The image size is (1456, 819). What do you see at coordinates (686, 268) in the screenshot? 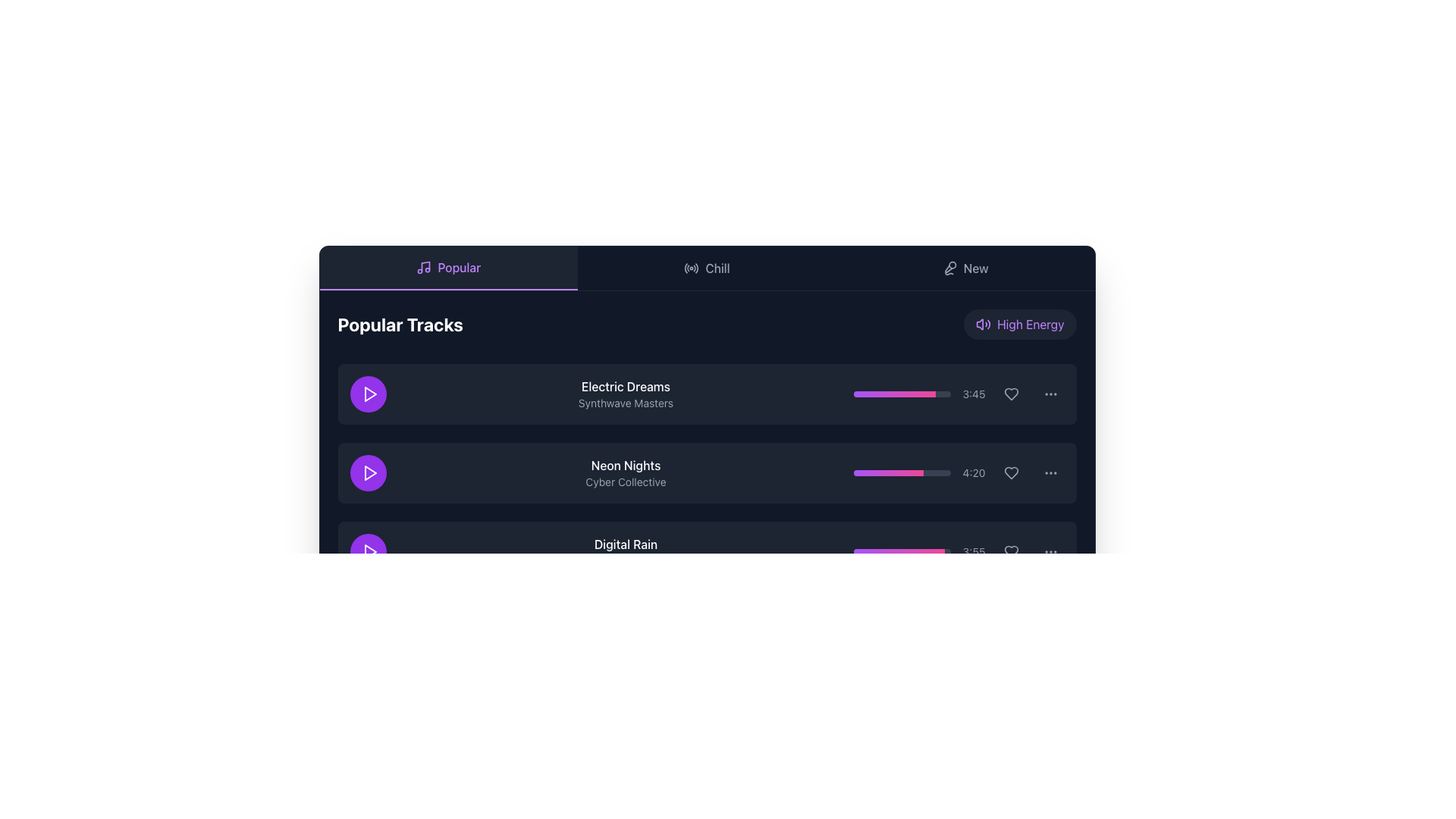
I see `the innermost left segment of the circular icon representing sound, waves, or connectivity` at bounding box center [686, 268].